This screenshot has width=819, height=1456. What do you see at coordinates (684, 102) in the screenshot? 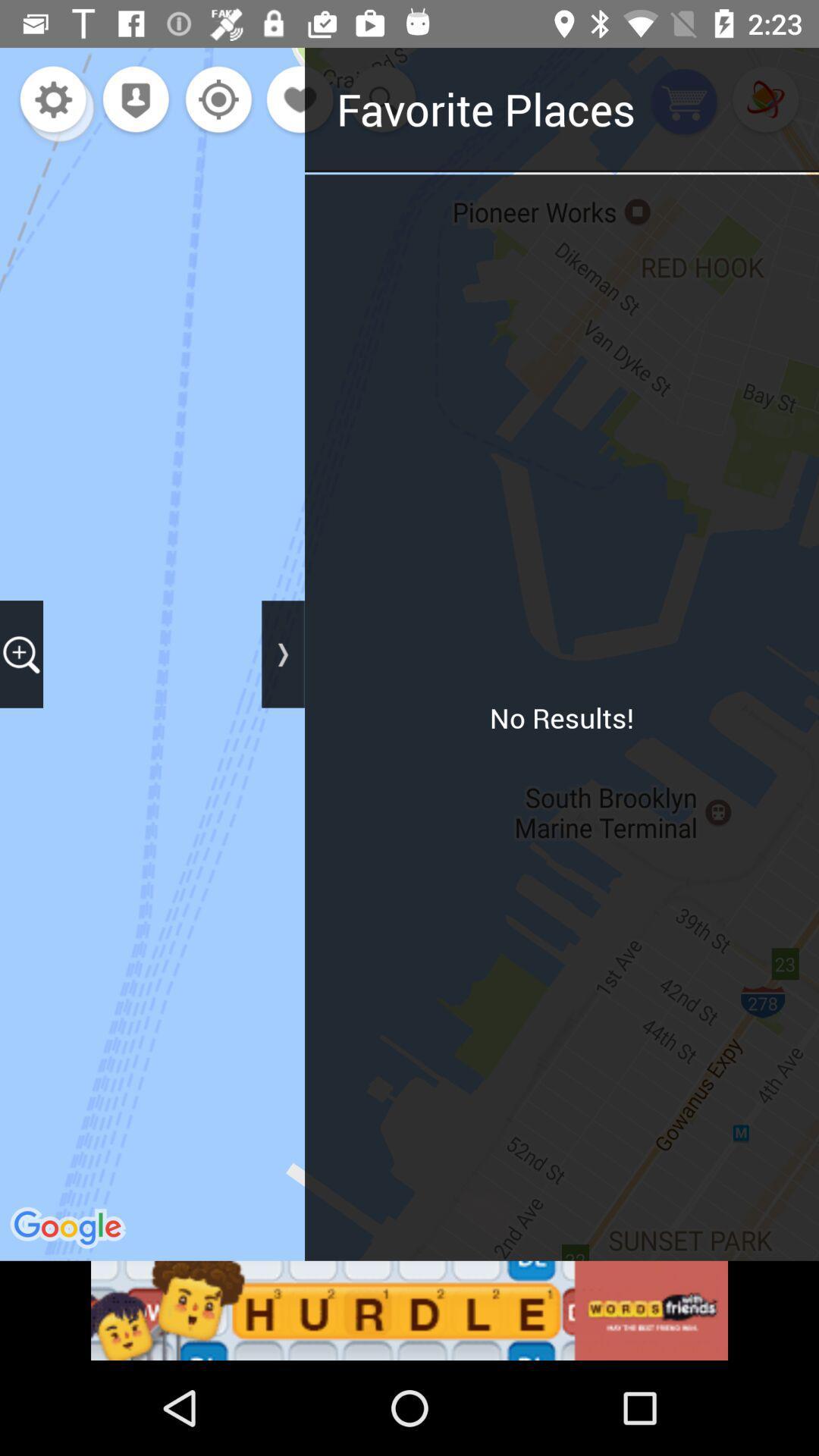
I see `the cart icon` at bounding box center [684, 102].